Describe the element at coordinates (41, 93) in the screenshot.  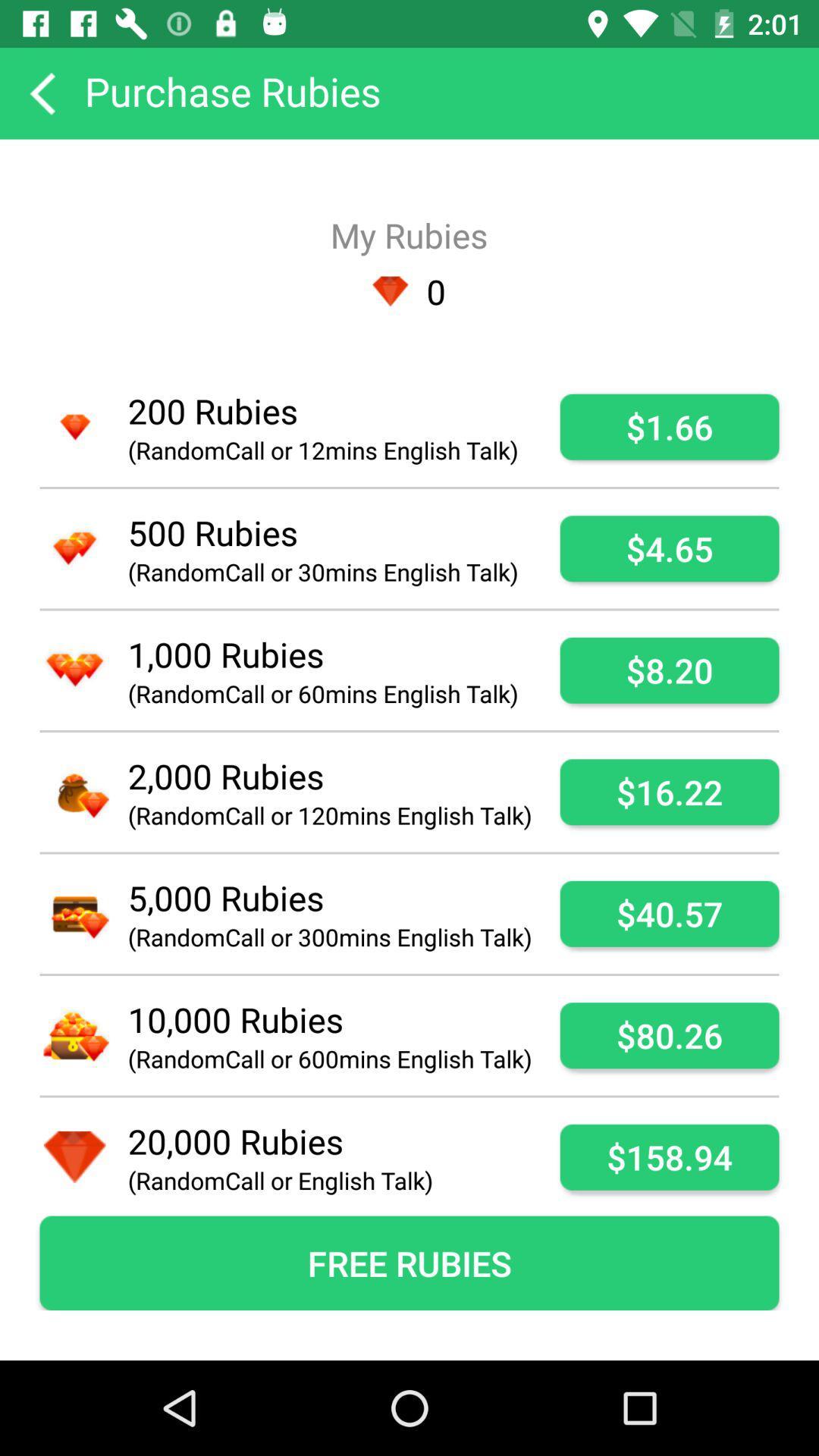
I see `item to the left of the purchase rubies app` at that location.